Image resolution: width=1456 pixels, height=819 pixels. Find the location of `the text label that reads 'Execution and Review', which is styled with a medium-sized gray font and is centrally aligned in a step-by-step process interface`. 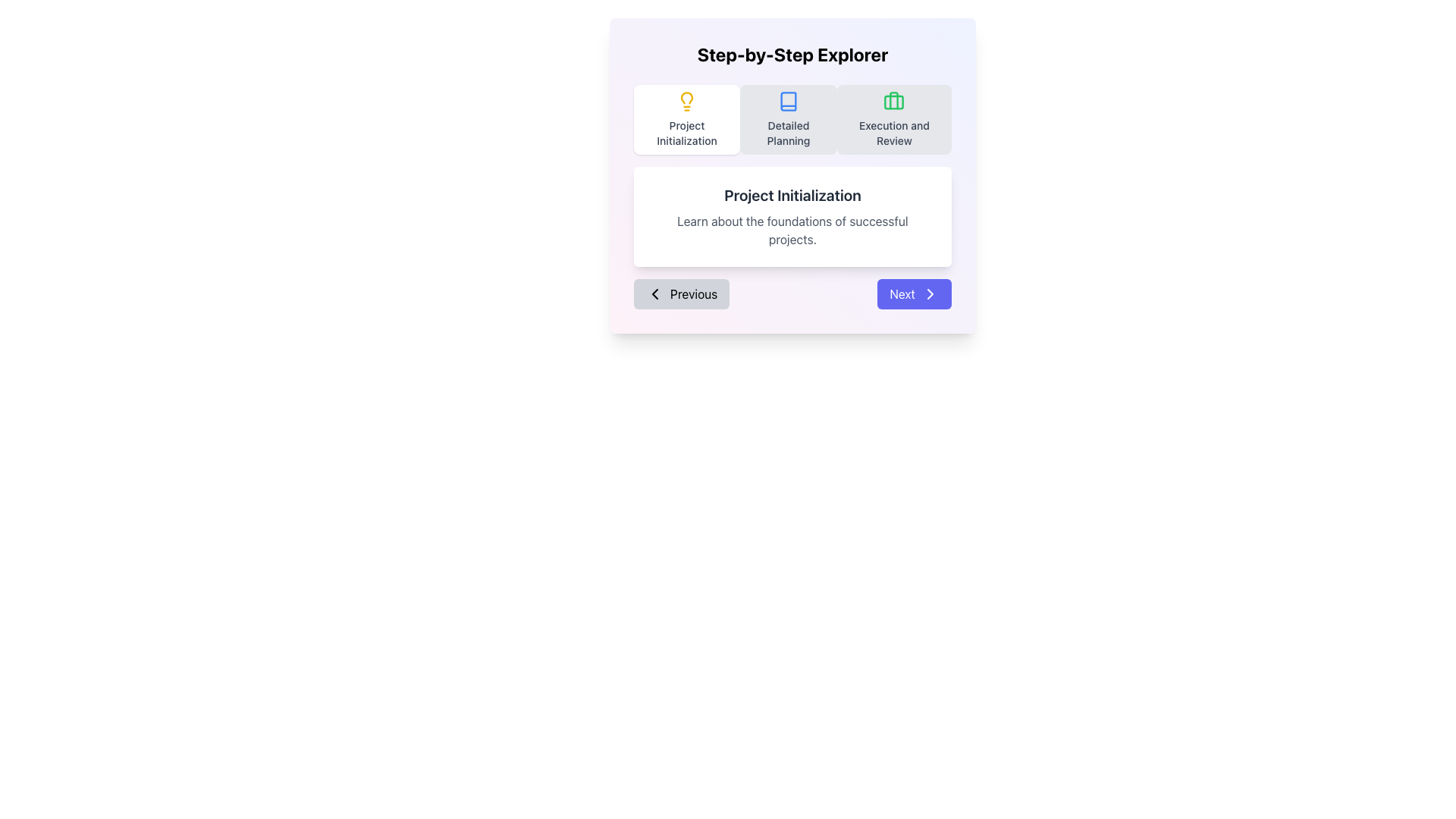

the text label that reads 'Execution and Review', which is styled with a medium-sized gray font and is centrally aligned in a step-by-step process interface is located at coordinates (894, 133).